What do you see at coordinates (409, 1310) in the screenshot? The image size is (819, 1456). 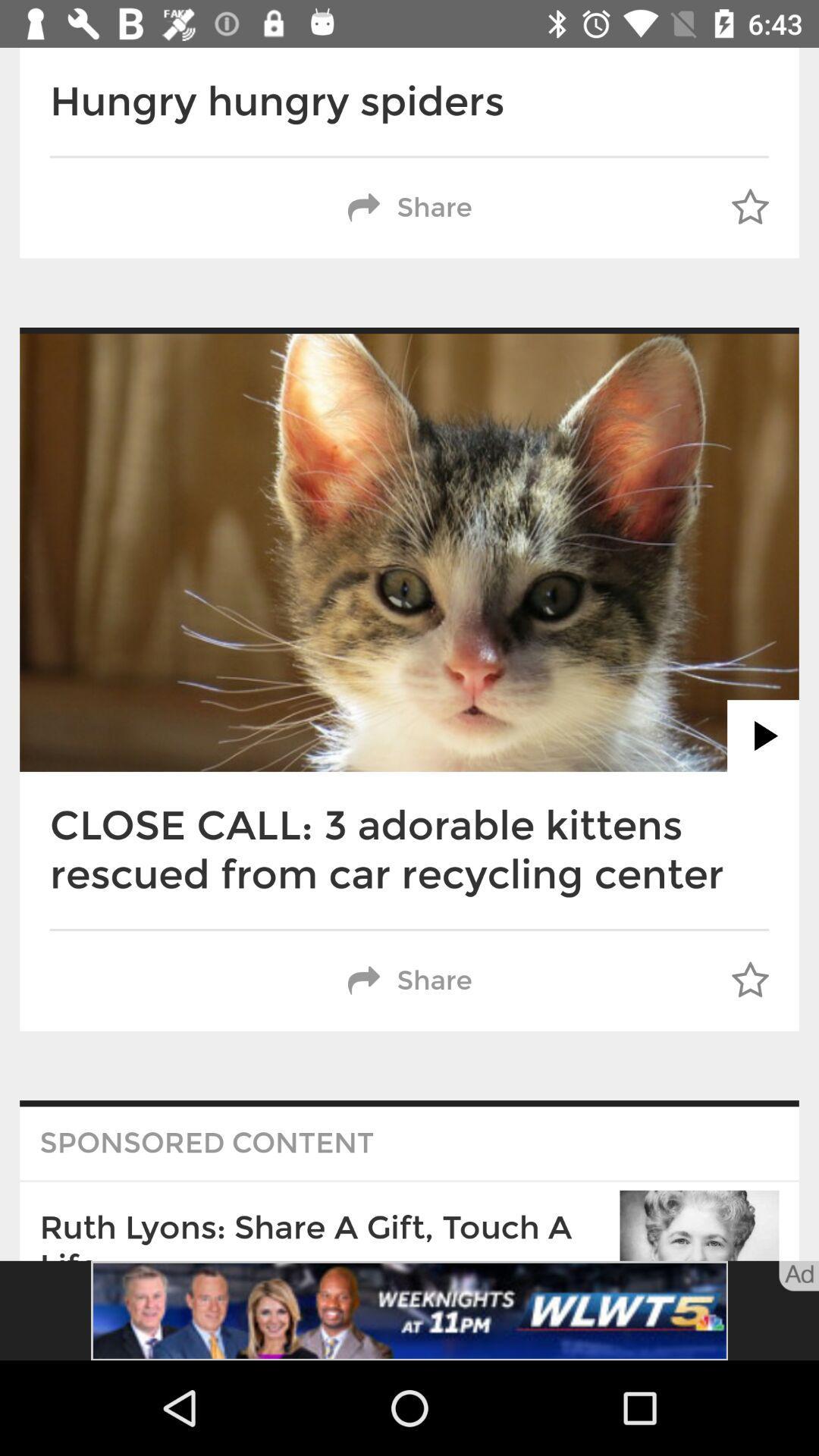 I see `share the article` at bounding box center [409, 1310].